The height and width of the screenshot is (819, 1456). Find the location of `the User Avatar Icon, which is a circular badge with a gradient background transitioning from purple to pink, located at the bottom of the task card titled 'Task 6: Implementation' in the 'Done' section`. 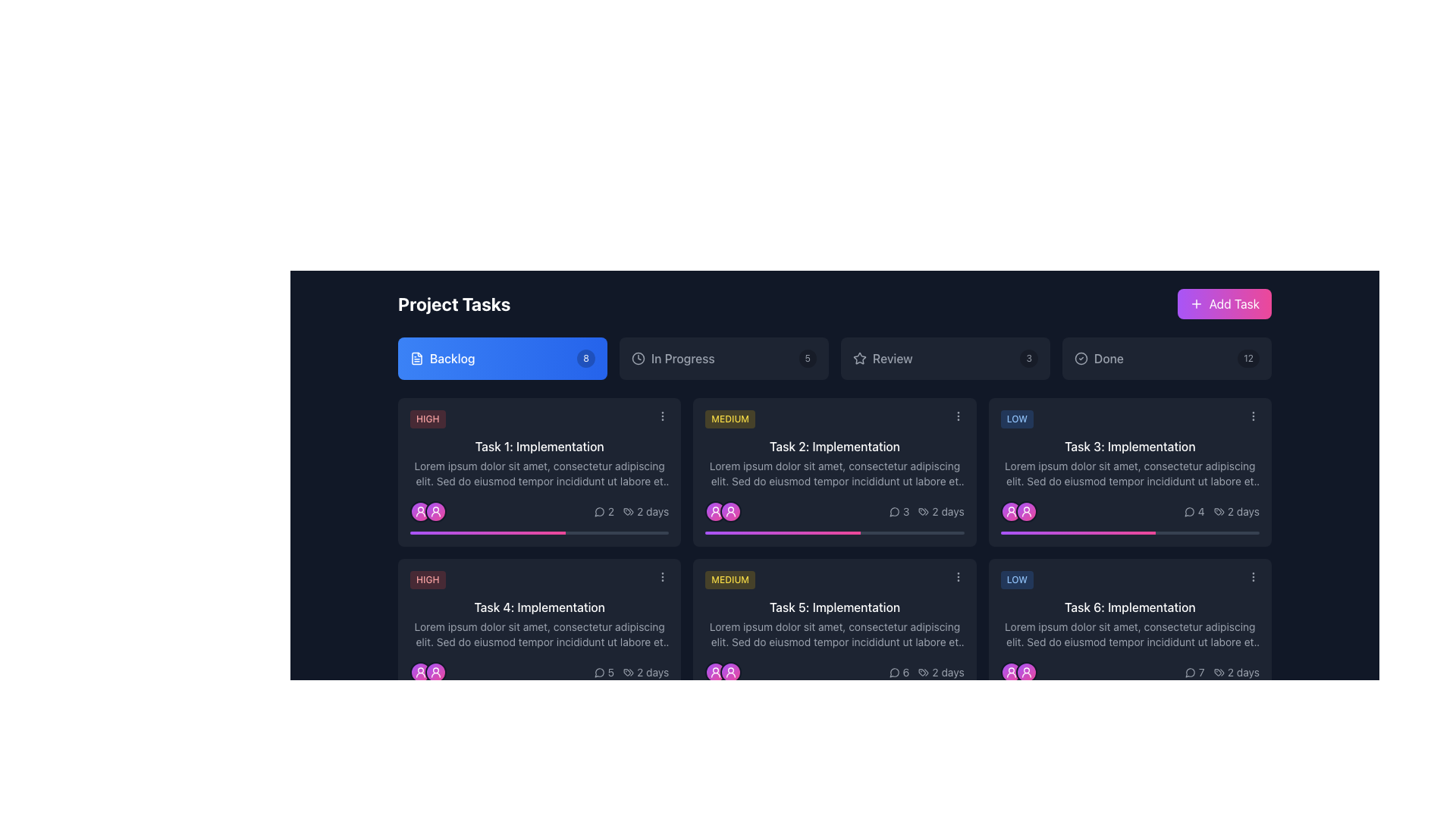

the User Avatar Icon, which is a circular badge with a gradient background transitioning from purple to pink, located at the bottom of the task card titled 'Task 6: Implementation' in the 'Done' section is located at coordinates (1026, 672).